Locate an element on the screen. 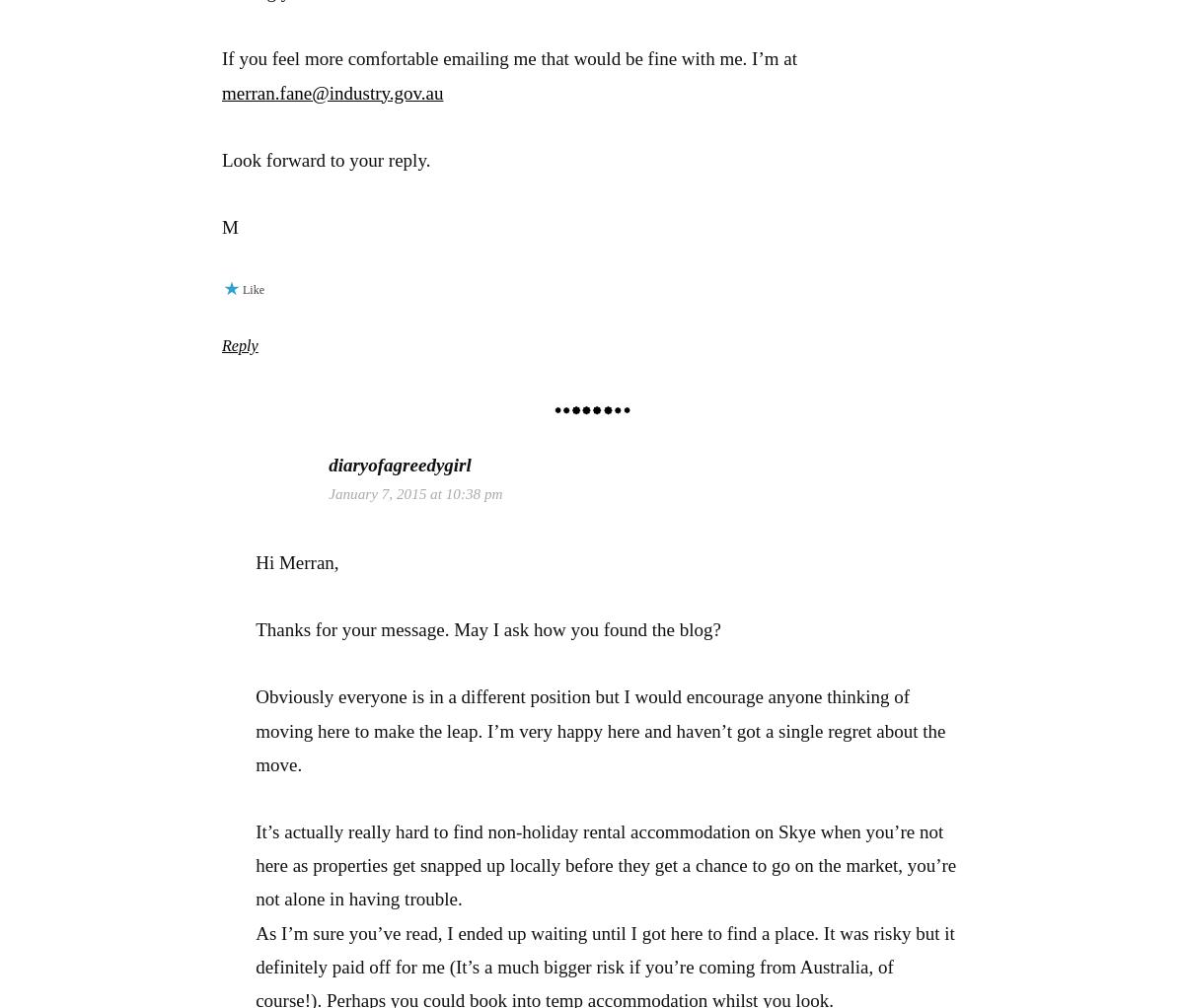 Image resolution: width=1184 pixels, height=1008 pixels. 'Reply' is located at coordinates (221, 344).